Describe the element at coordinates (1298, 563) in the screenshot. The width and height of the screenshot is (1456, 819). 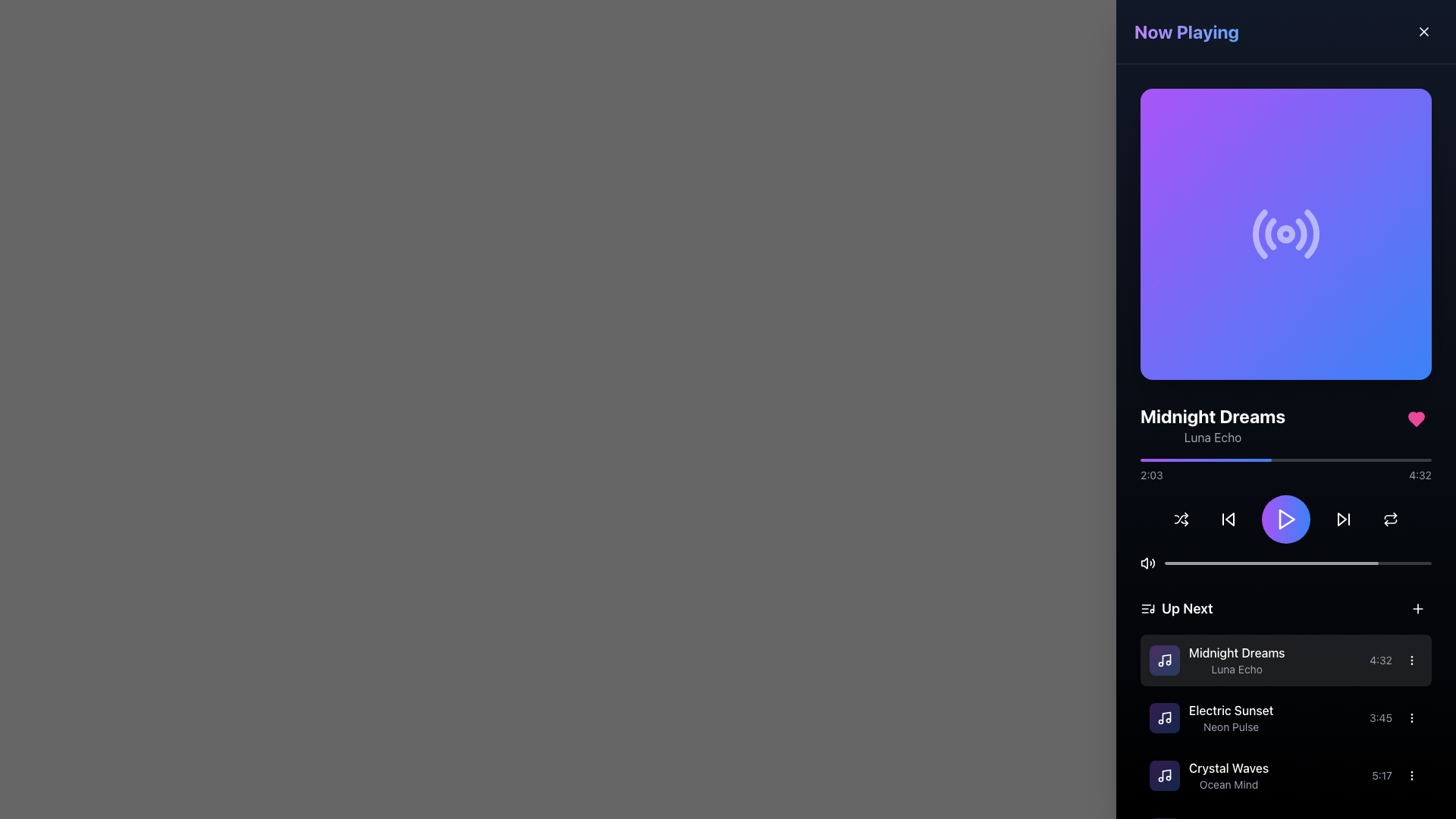
I see `the progress bar located below the song title and above the playback control buttons to seek to a specific position` at that location.